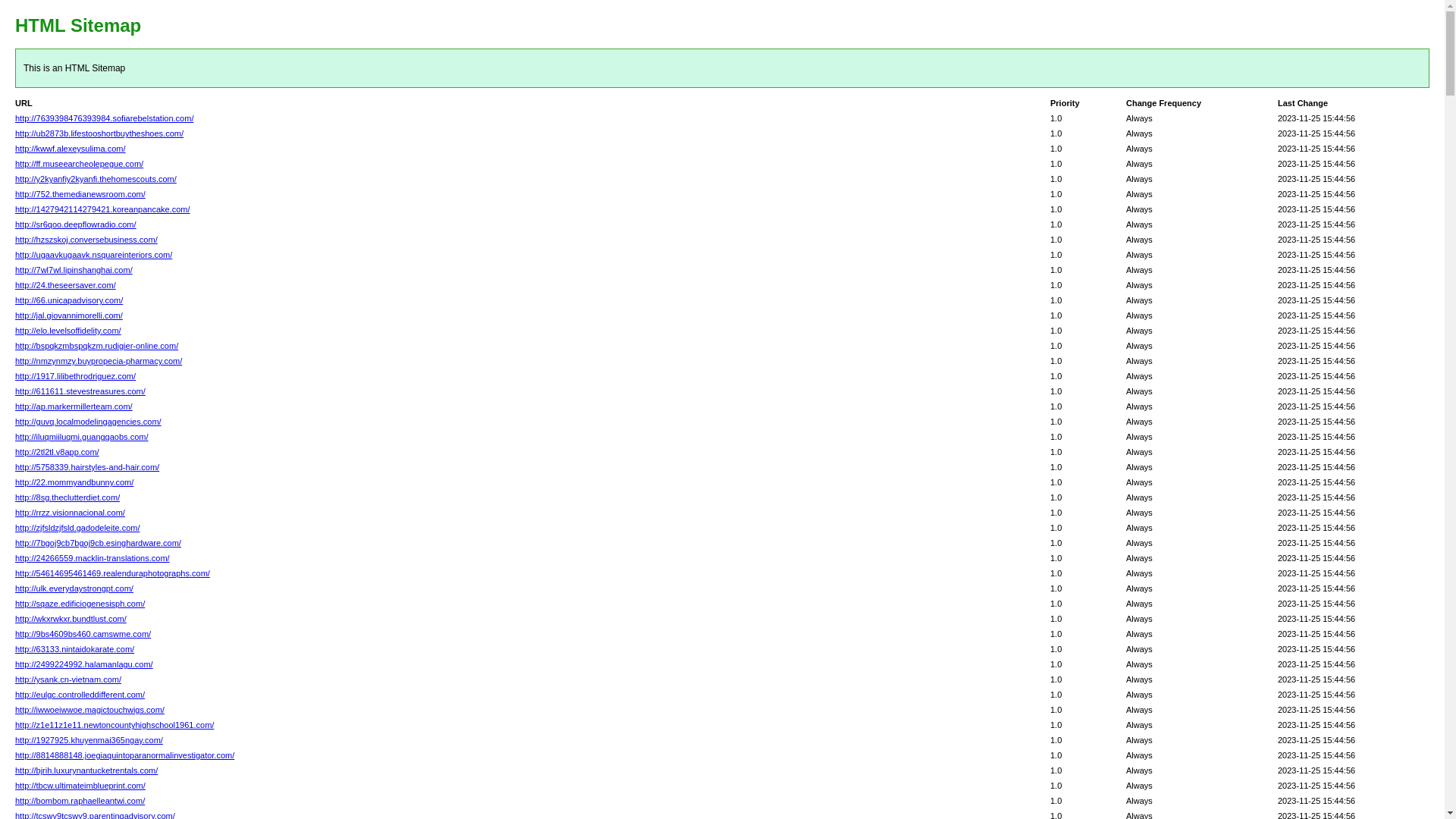  I want to click on 'http://jal.giovannimorelli.com/', so click(68, 315).